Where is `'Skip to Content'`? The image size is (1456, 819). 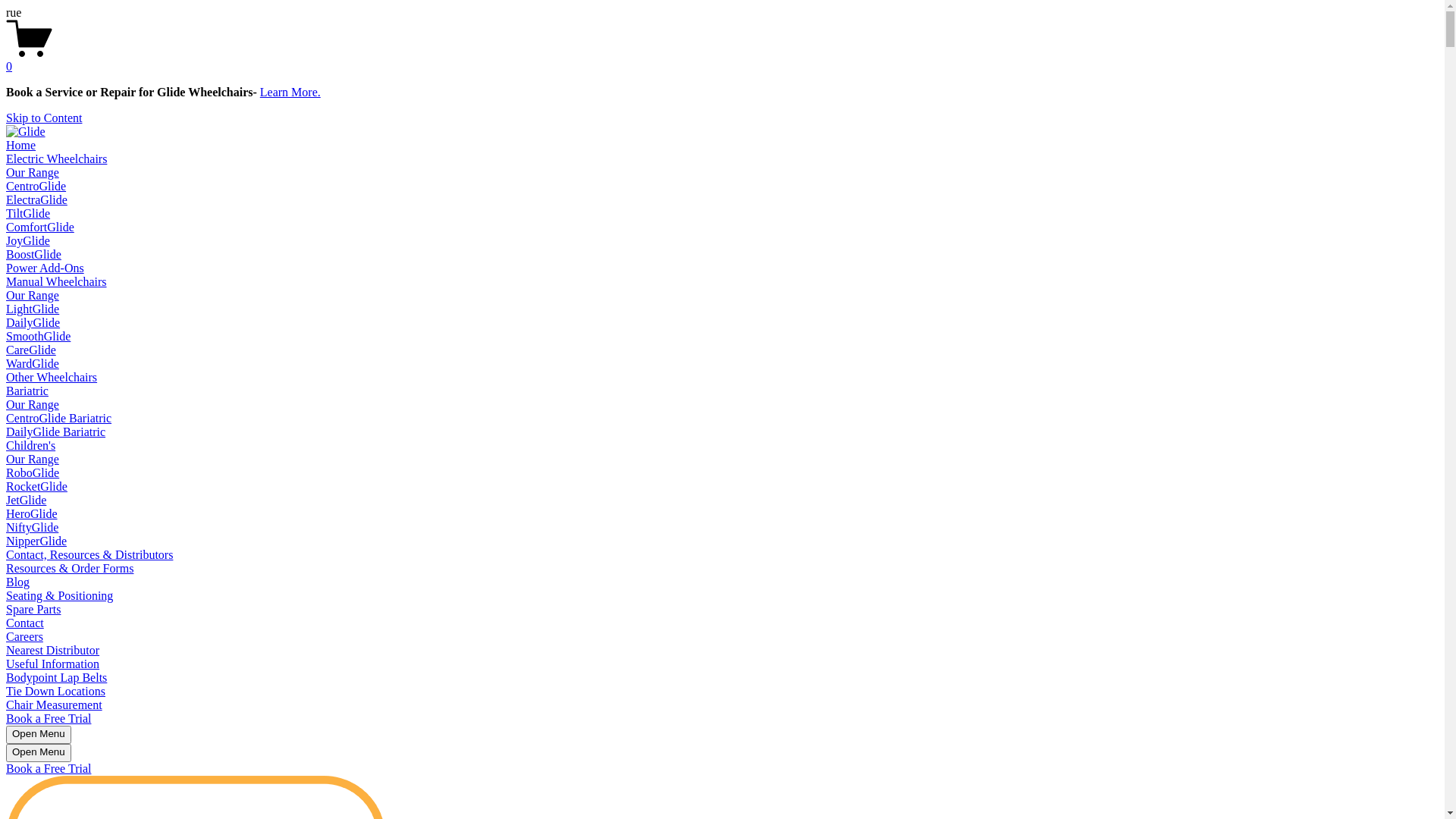
'Skip to Content' is located at coordinates (43, 117).